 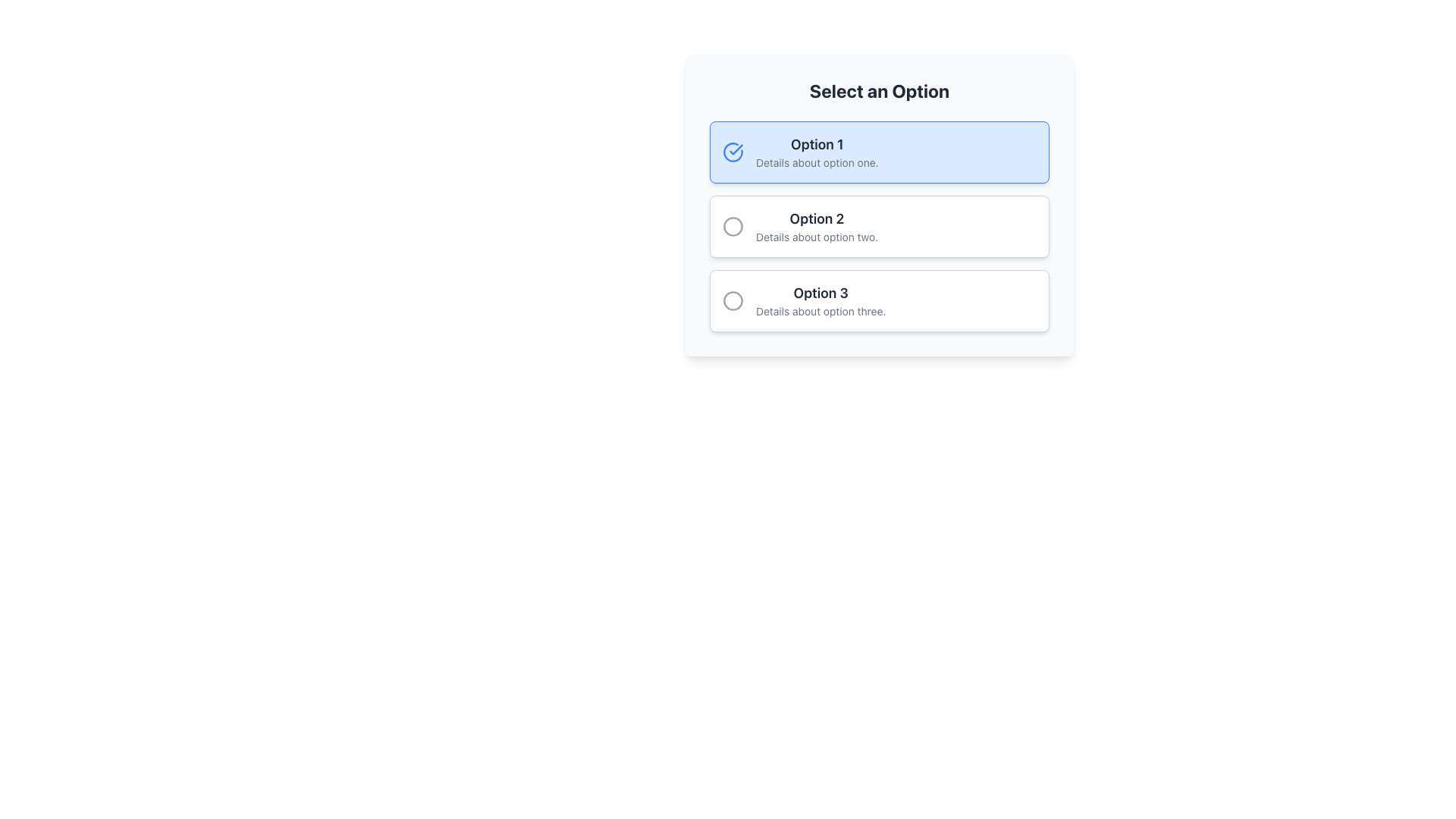 I want to click on the text component displaying 'Option 3', which is bold and dark gray, positioned below 'Option 2' and above the descriptive text for option three, so click(x=820, y=293).